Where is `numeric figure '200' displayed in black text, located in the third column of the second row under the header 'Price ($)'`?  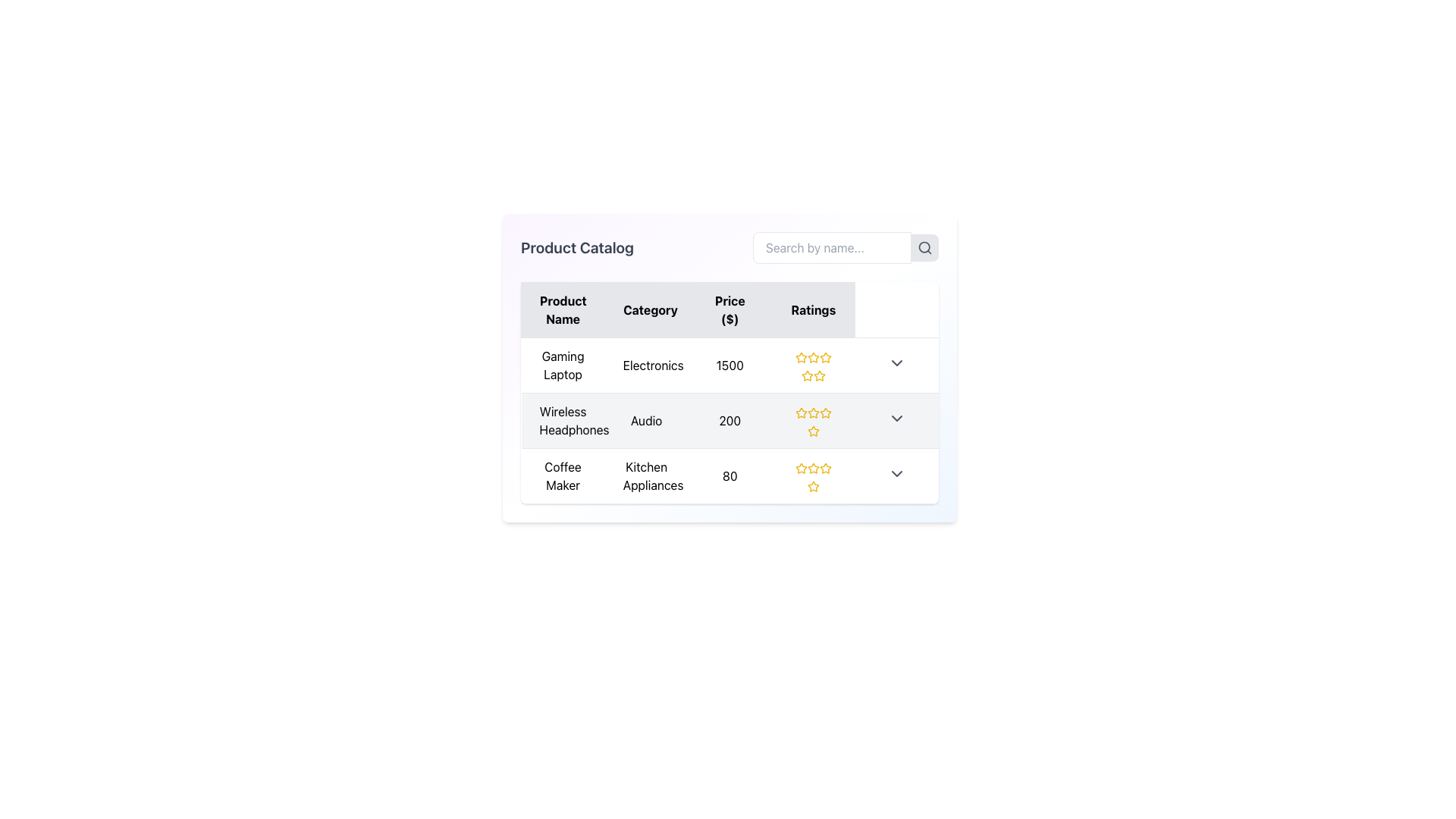
numeric figure '200' displayed in black text, located in the third column of the second row under the header 'Price ($)' is located at coordinates (730, 421).